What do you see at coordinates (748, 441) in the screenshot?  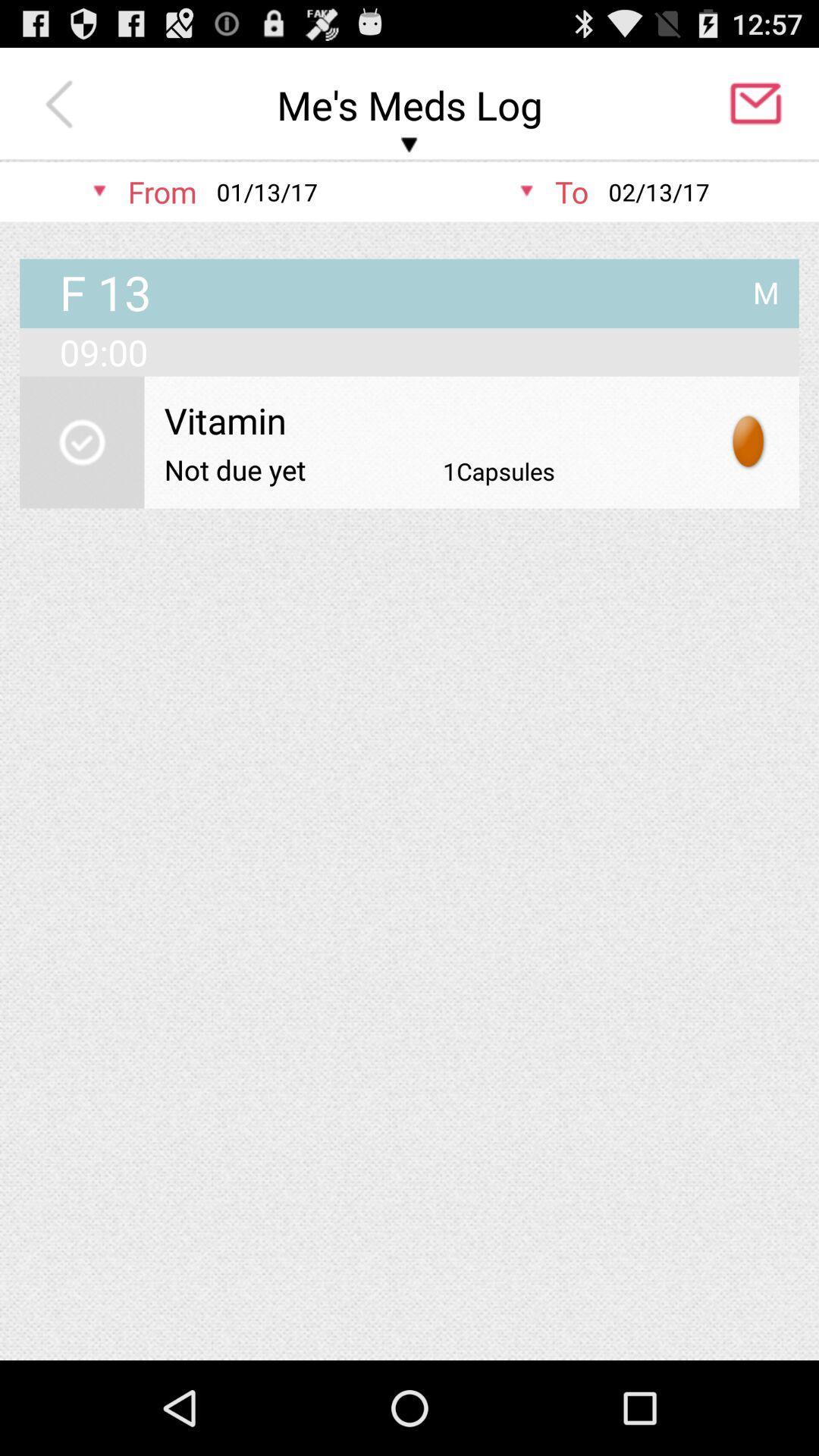 I see `the item next to the vitamin item` at bounding box center [748, 441].